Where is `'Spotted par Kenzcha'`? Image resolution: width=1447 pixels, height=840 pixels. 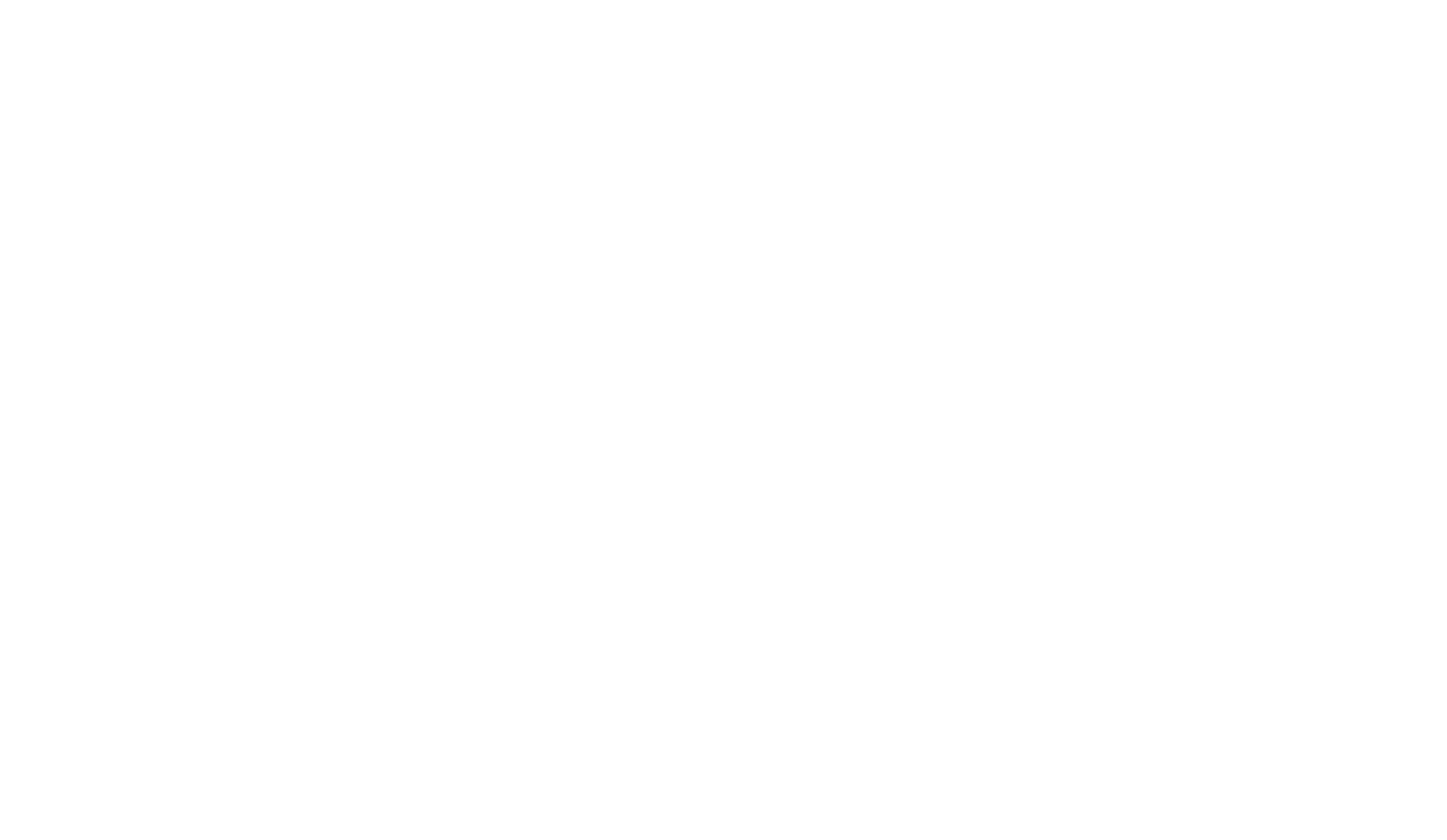 'Spotted par Kenzcha' is located at coordinates (346, 490).